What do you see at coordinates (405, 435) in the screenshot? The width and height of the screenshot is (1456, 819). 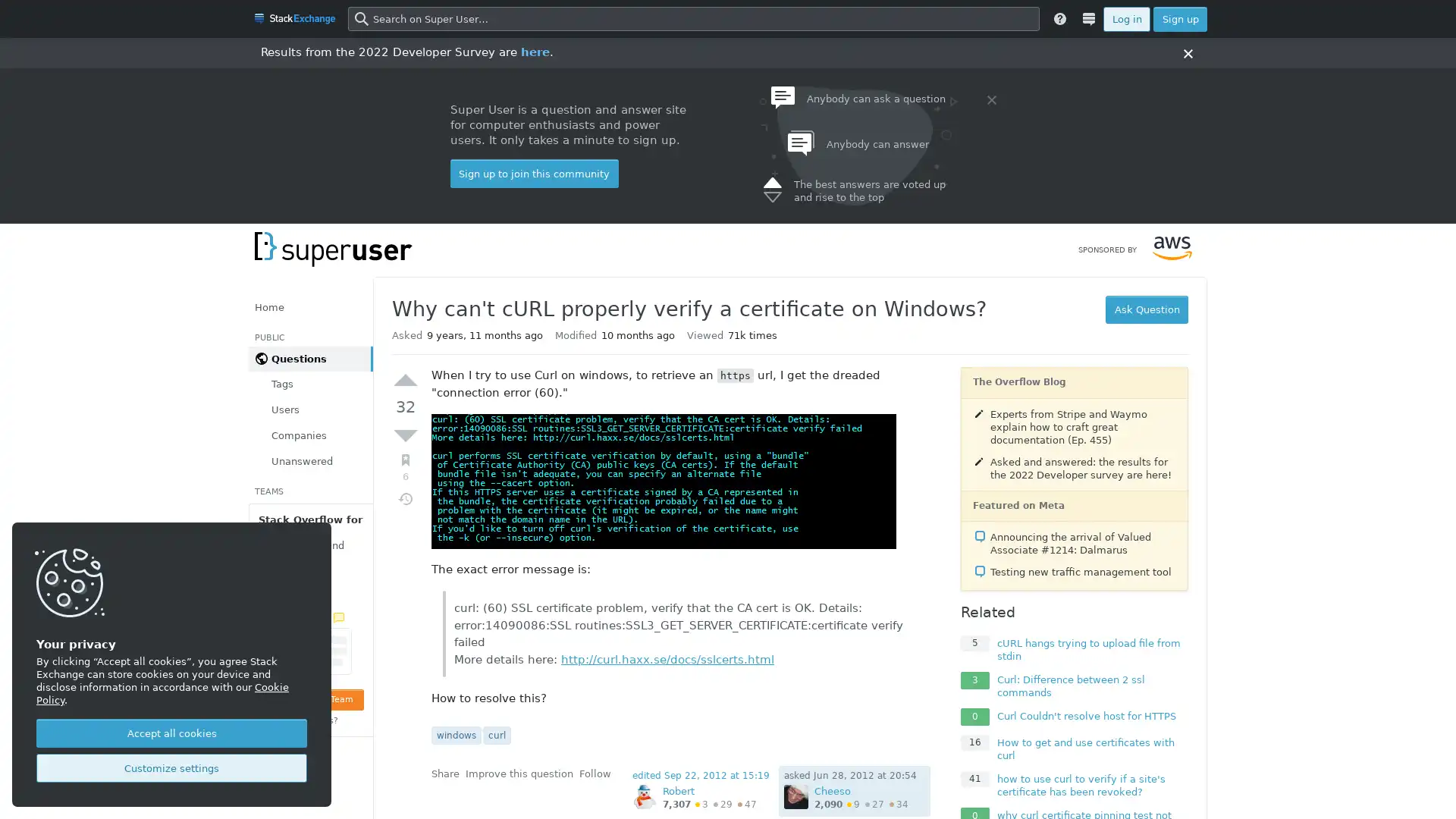 I see `Down vote` at bounding box center [405, 435].